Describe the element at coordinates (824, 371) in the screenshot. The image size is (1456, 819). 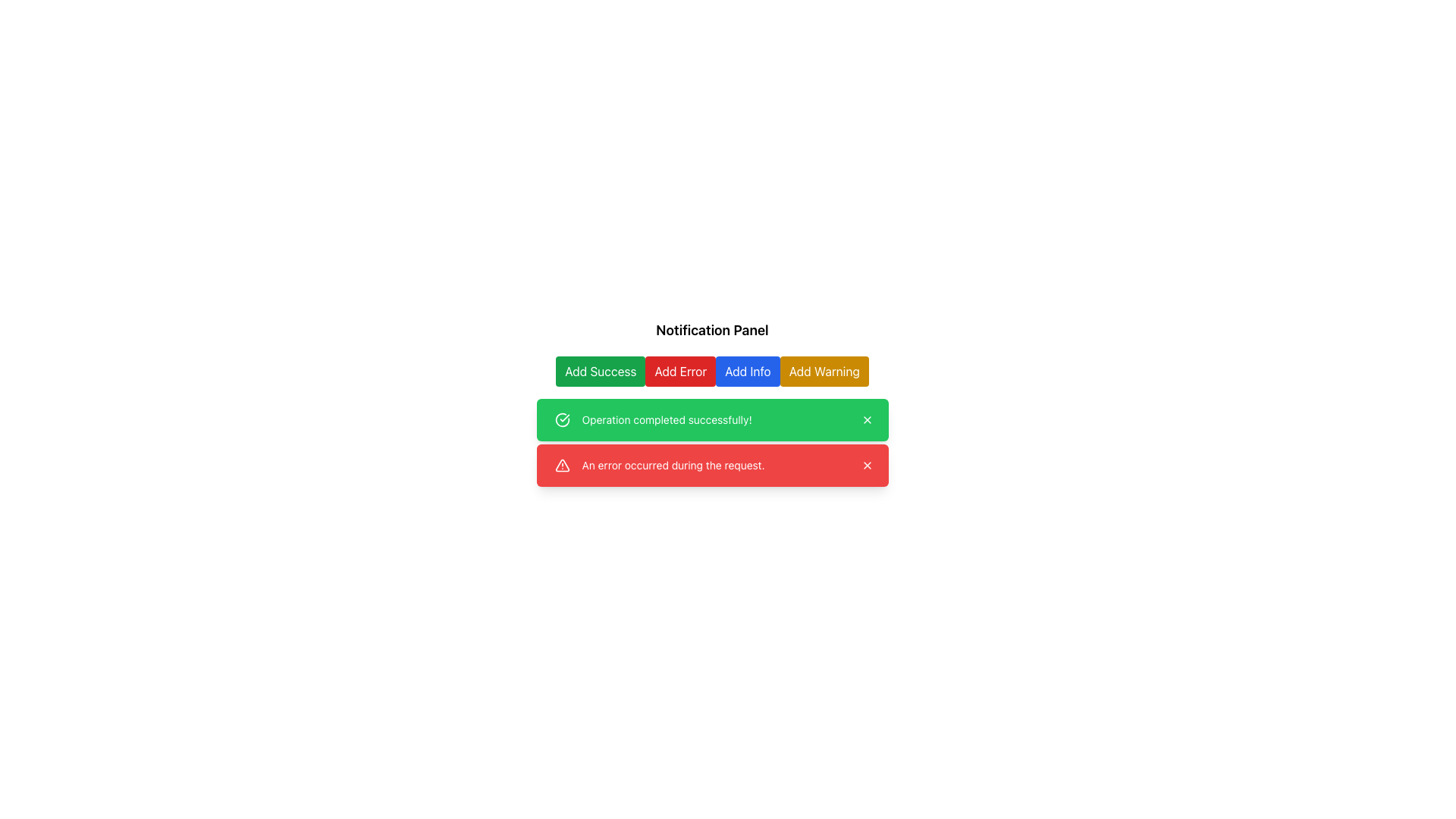
I see `the 'Add Warning' button, which is a rectangular button with a yellow-orange background and white text, located in the Notification Panel` at that location.